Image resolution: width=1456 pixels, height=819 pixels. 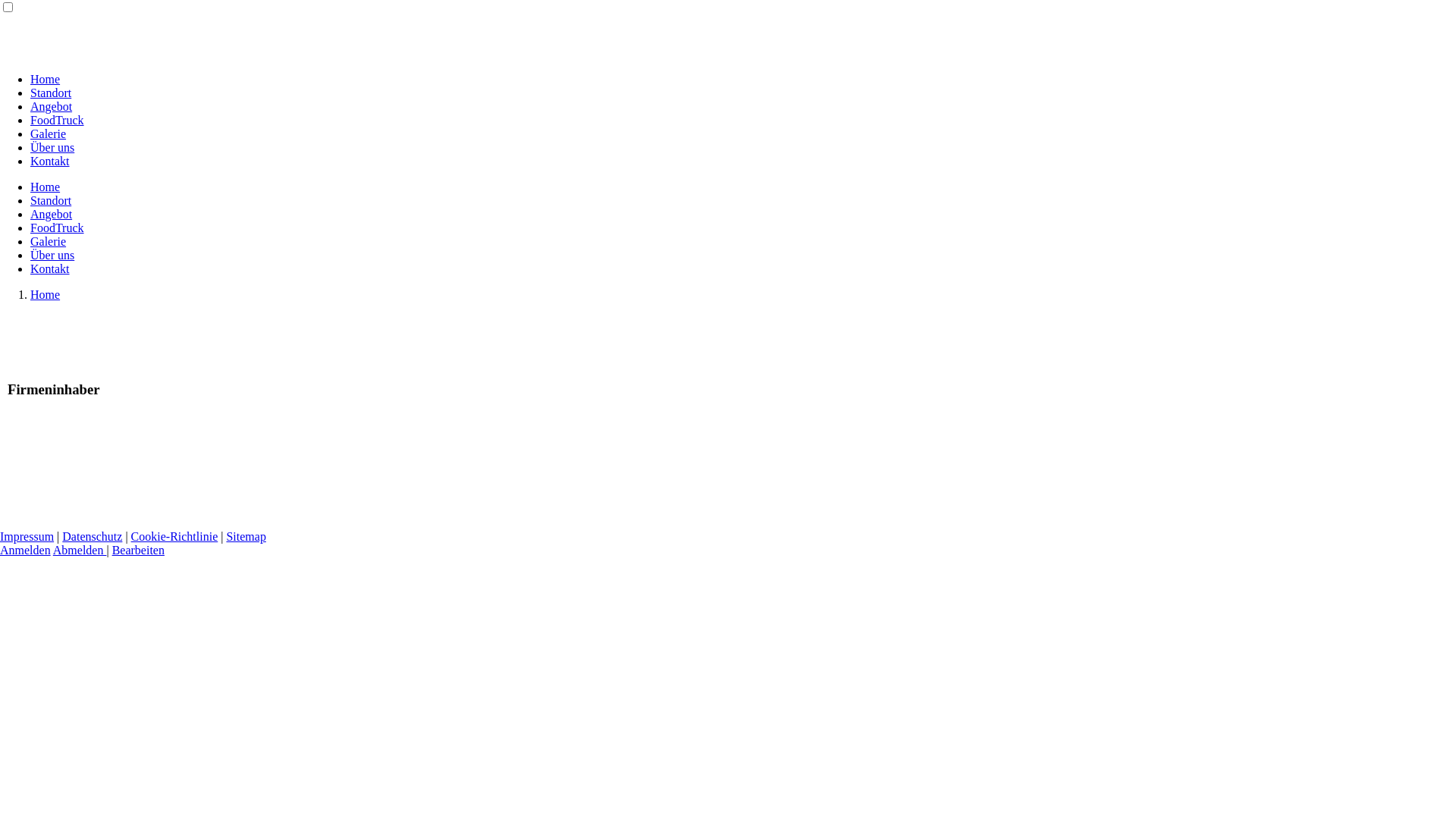 I want to click on 'Kontakt', so click(x=30, y=268).